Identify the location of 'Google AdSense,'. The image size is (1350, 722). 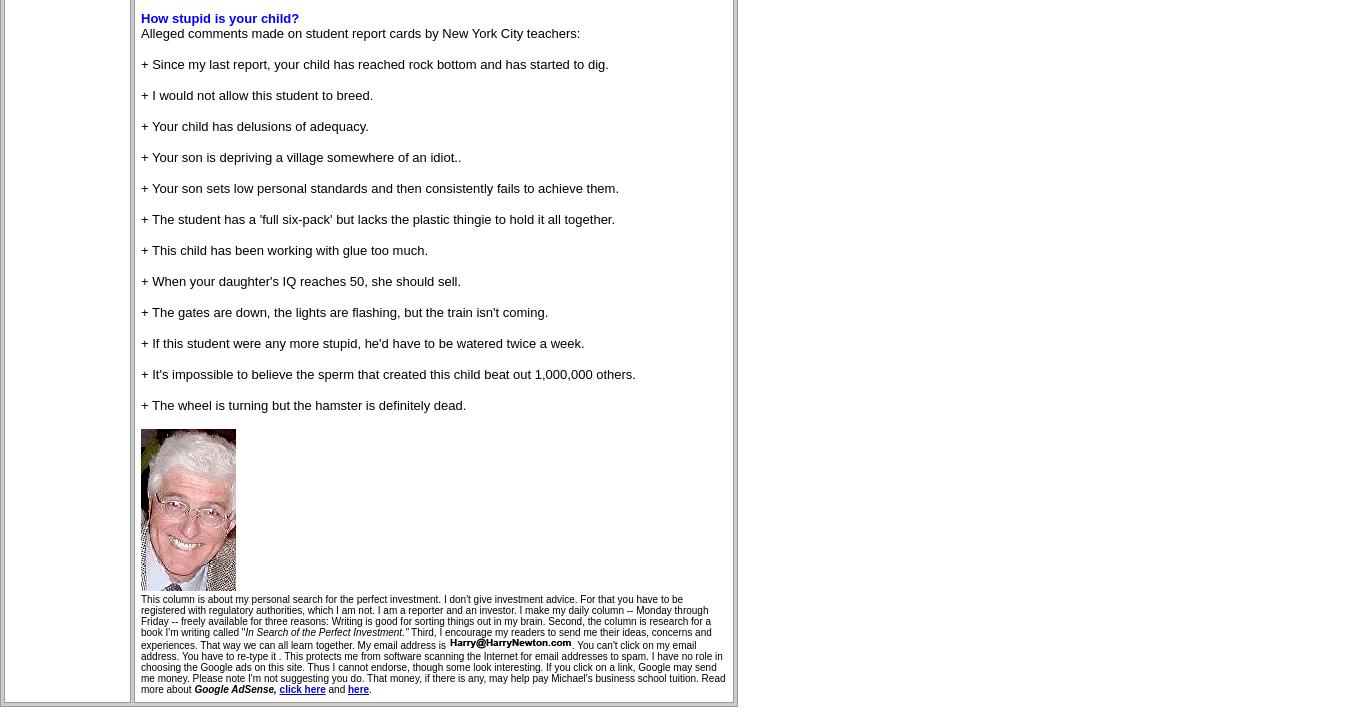
(193, 688).